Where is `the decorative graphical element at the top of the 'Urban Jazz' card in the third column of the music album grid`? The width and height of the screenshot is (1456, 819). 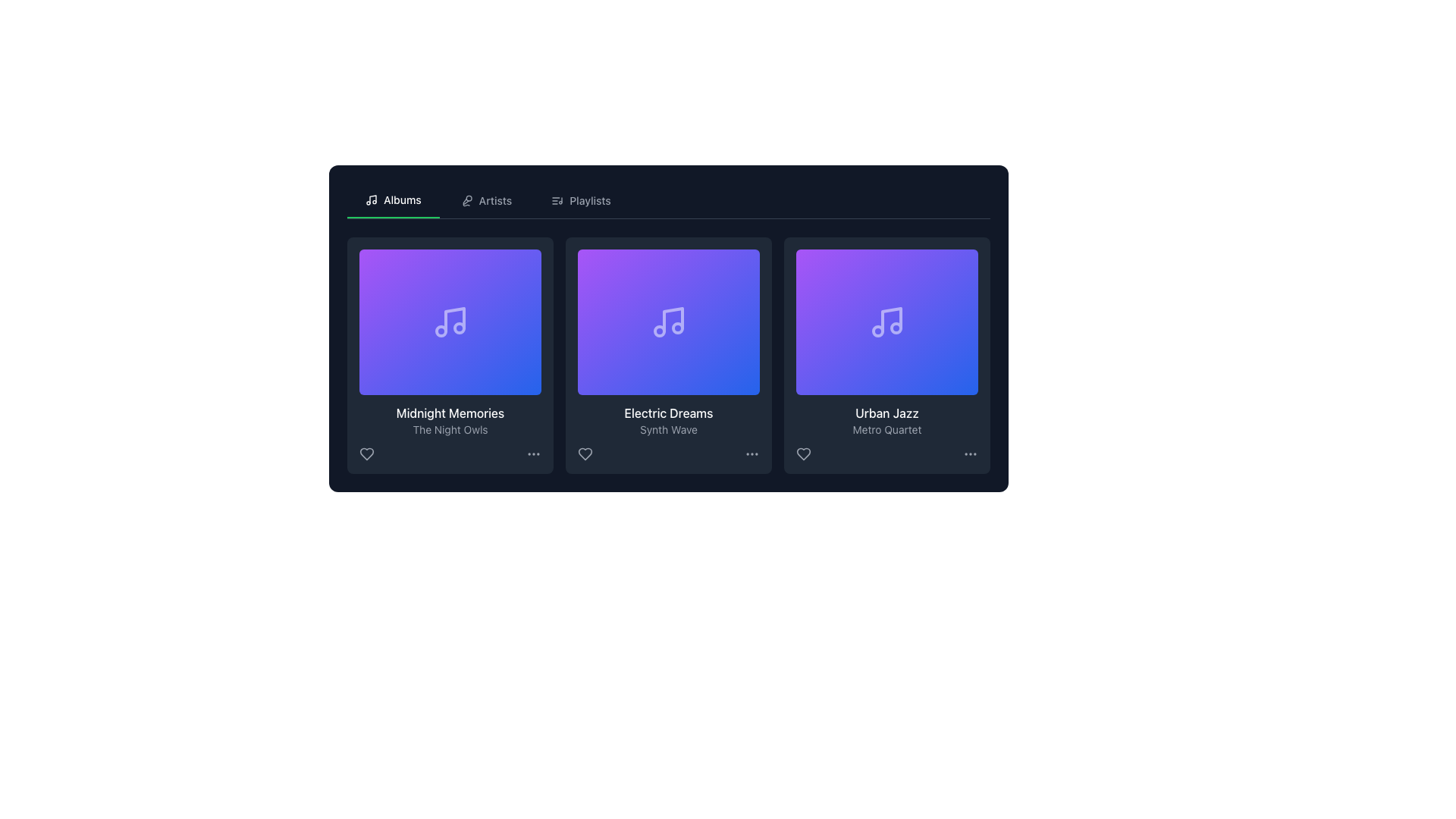 the decorative graphical element at the top of the 'Urban Jazz' card in the third column of the music album grid is located at coordinates (887, 321).